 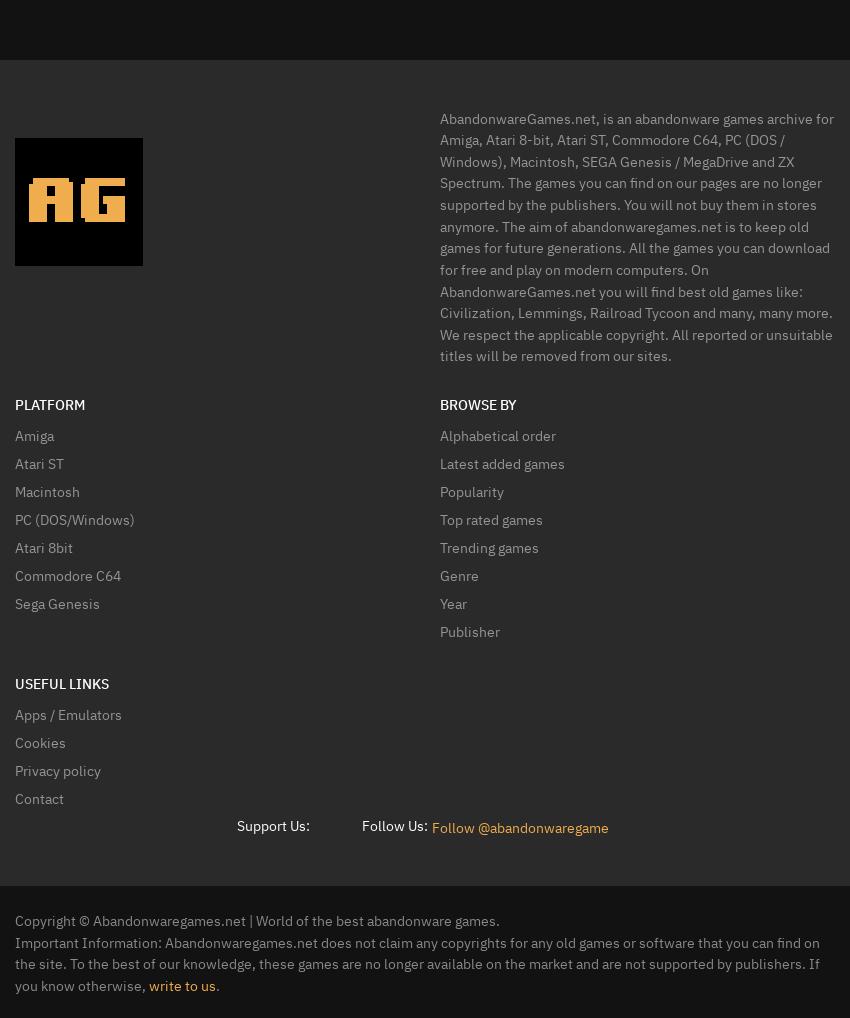 What do you see at coordinates (438, 629) in the screenshot?
I see `'Publisher'` at bounding box center [438, 629].